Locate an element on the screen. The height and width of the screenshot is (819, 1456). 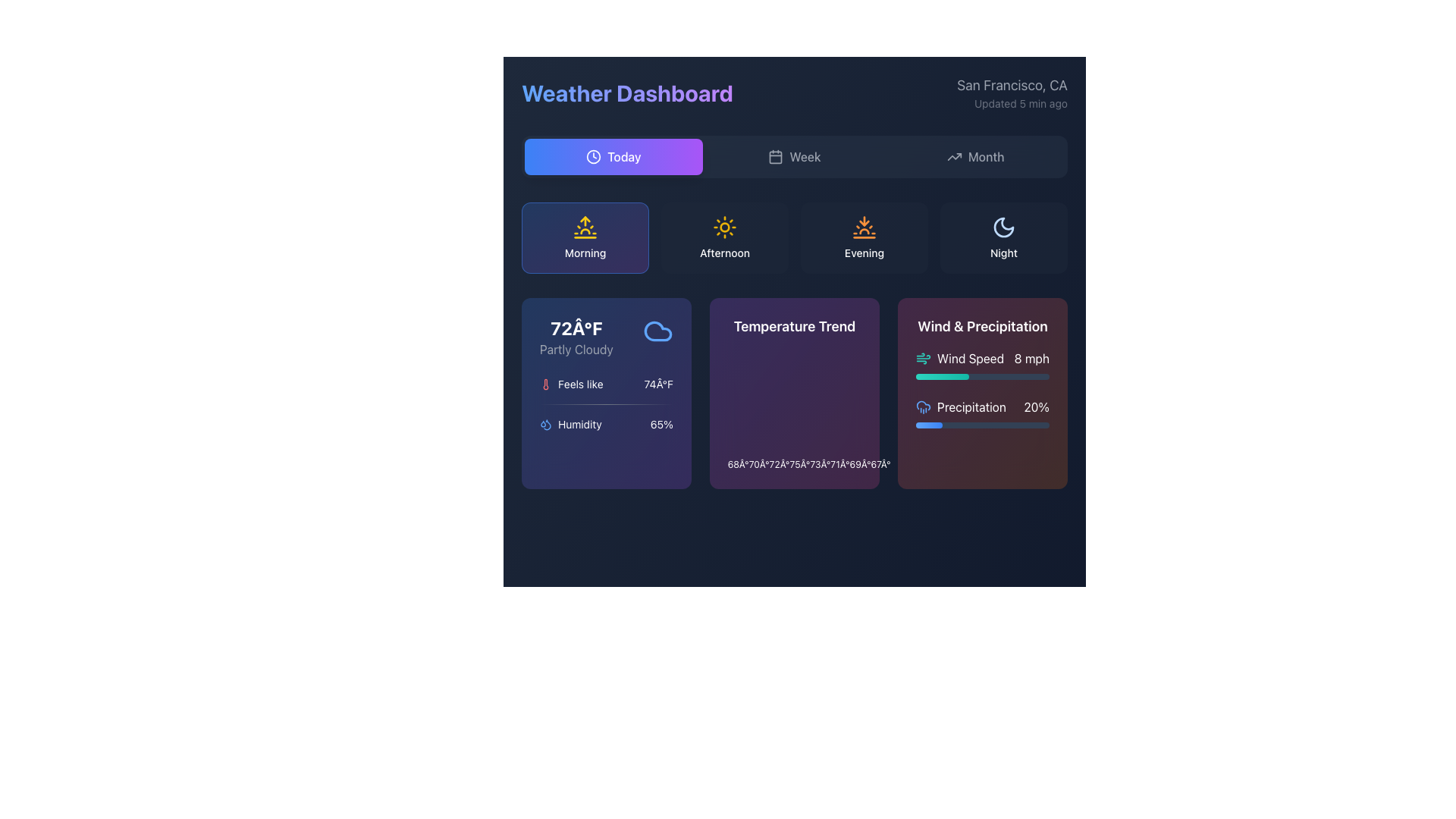
the wind icon located to the left of the 'Wind Speed' label in the 'Wind & Precipitation' card at the lower right section of the interface is located at coordinates (923, 359).